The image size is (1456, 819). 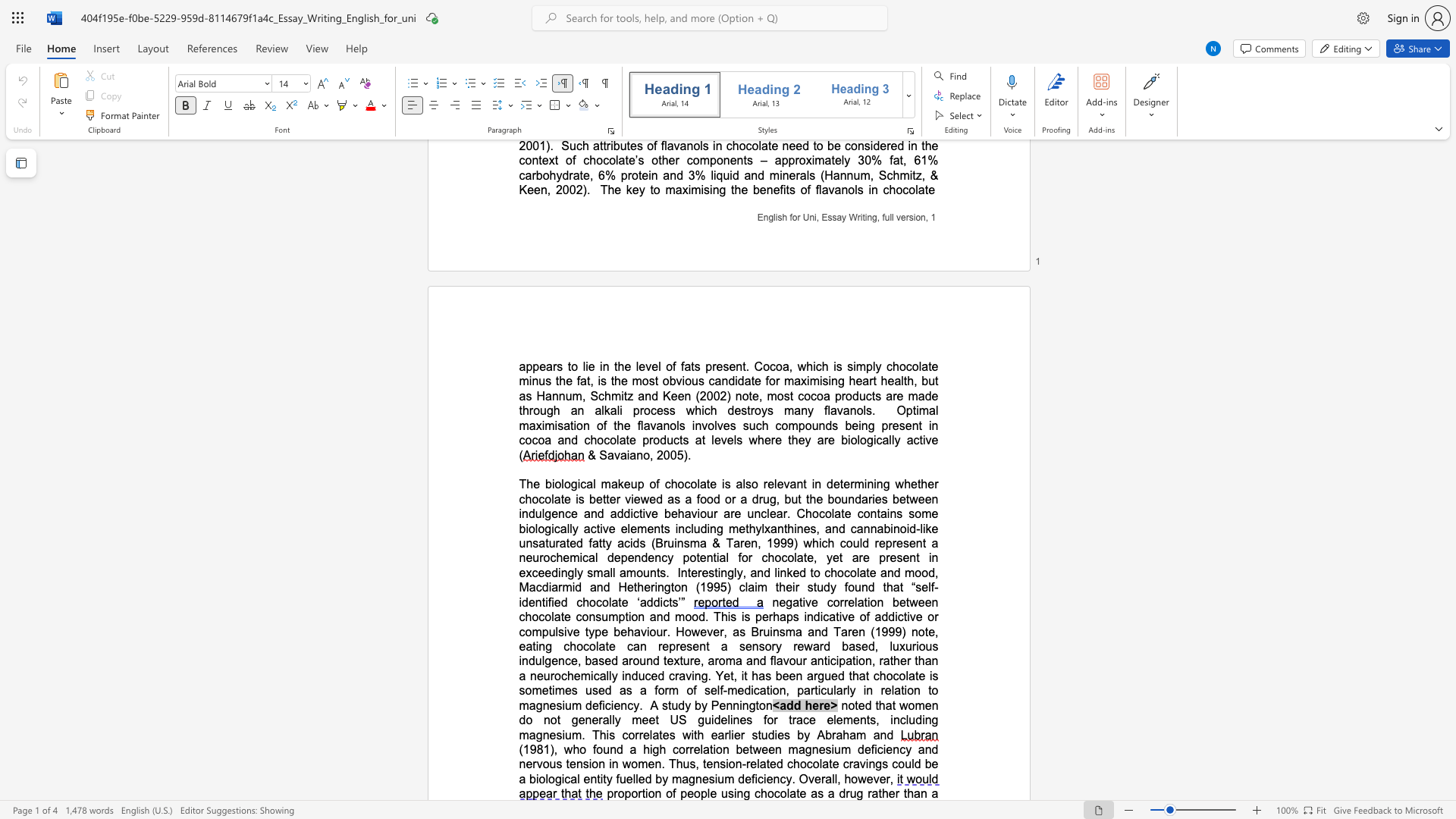 I want to click on the subset text "amoun" within the text "a neurochemical dependency potential for chocolate, yet are present in exceedingly small amounts", so click(x=619, y=573).